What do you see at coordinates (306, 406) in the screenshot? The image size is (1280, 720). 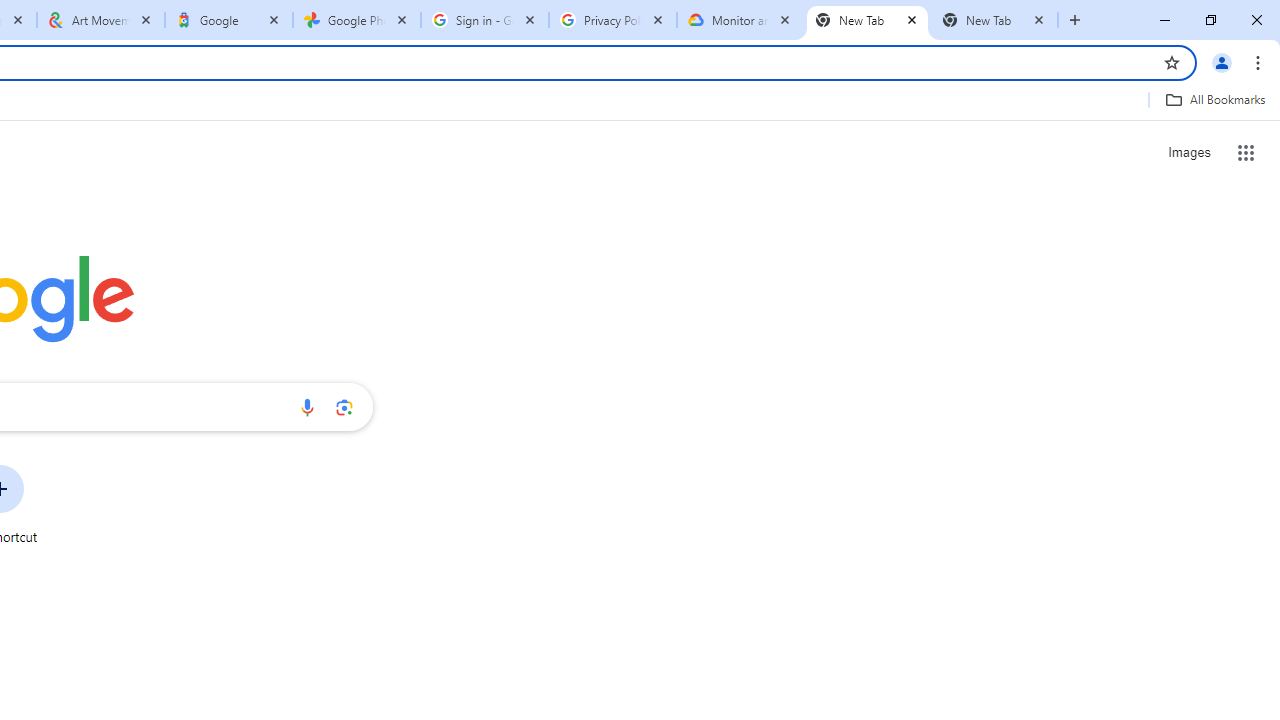 I see `'Search by voice'` at bounding box center [306, 406].